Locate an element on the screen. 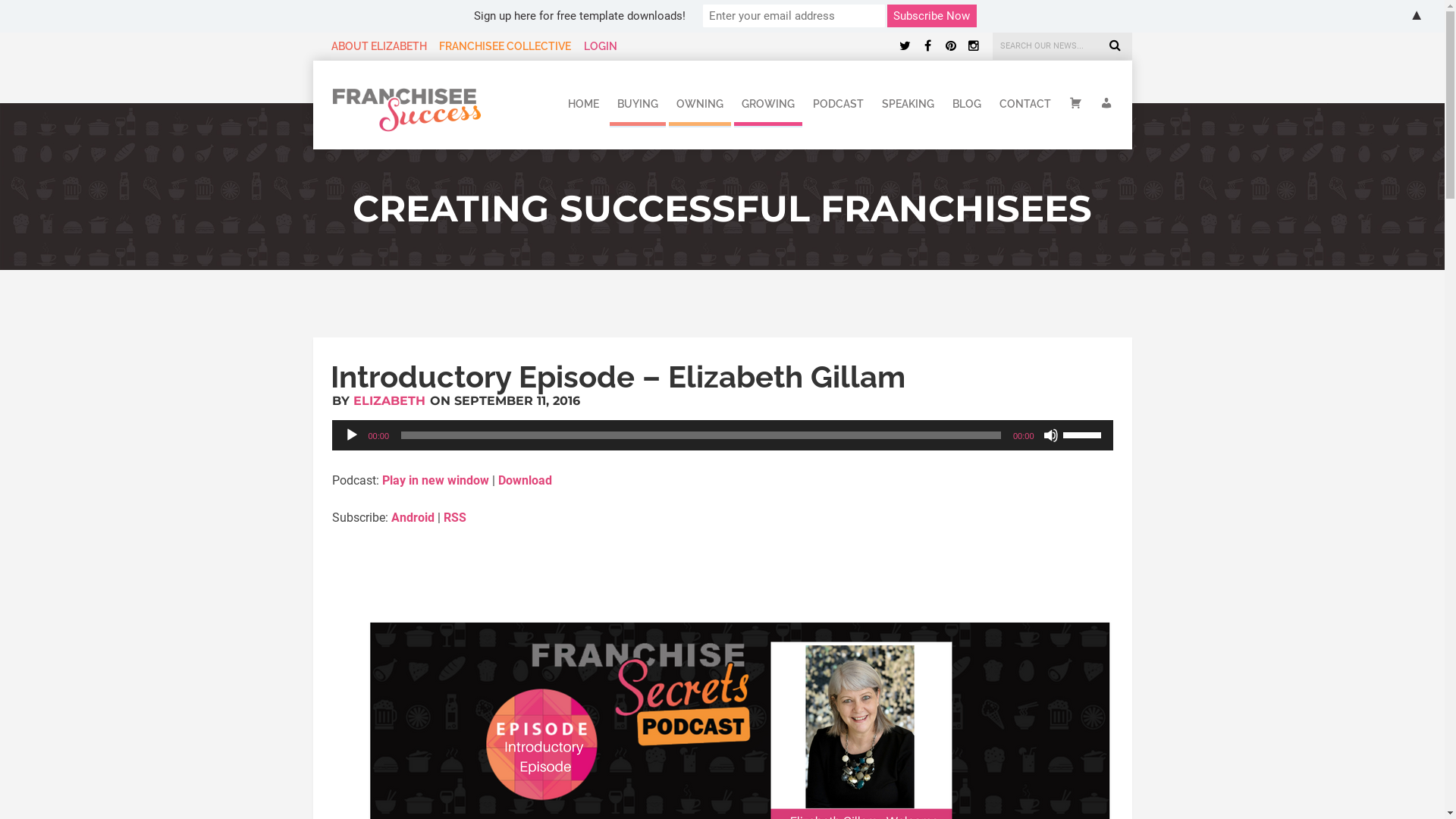 Image resolution: width=1456 pixels, height=819 pixels. 'CONTACT' is located at coordinates (1025, 100).